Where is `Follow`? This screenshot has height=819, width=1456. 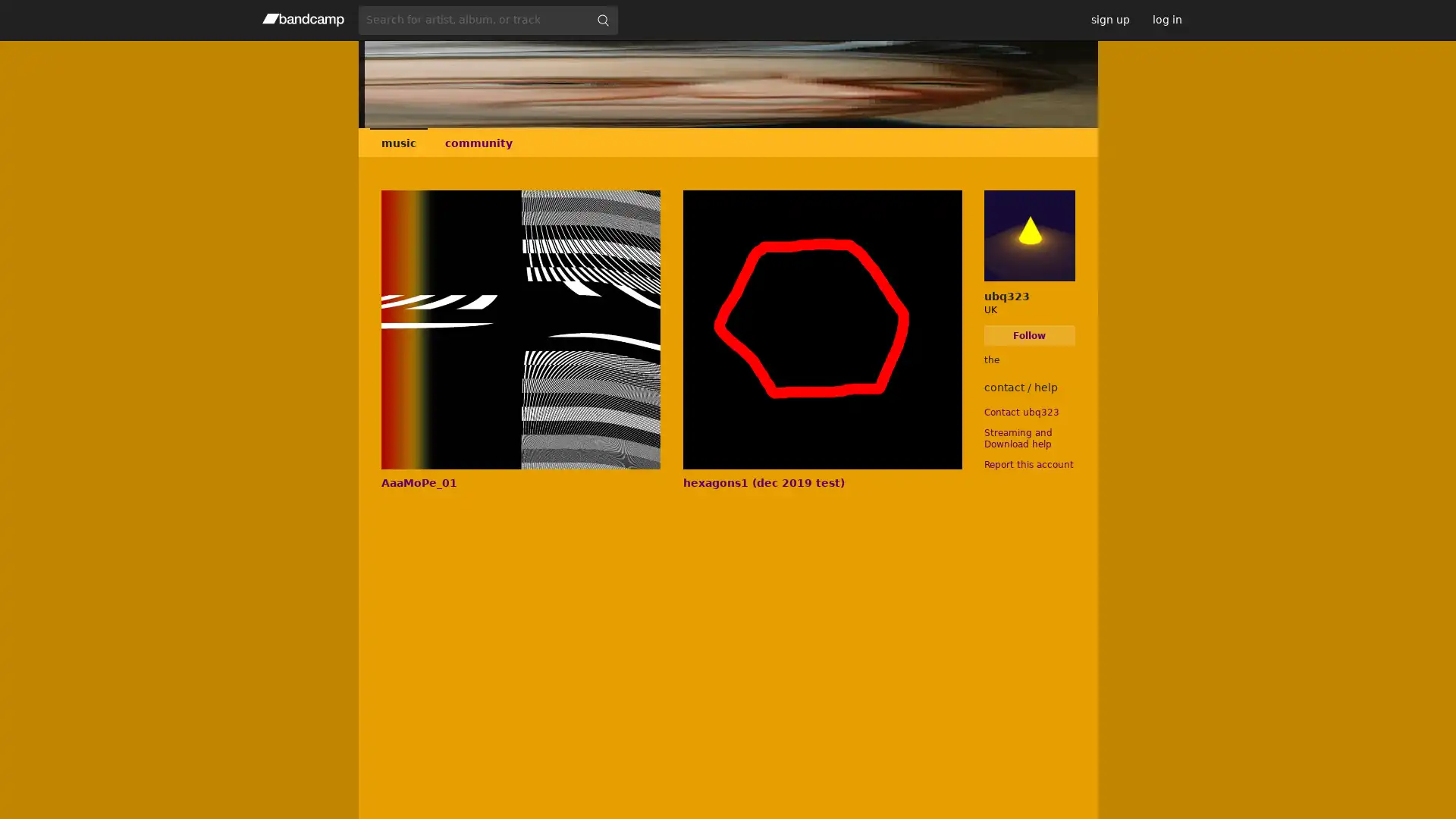
Follow is located at coordinates (1029, 334).